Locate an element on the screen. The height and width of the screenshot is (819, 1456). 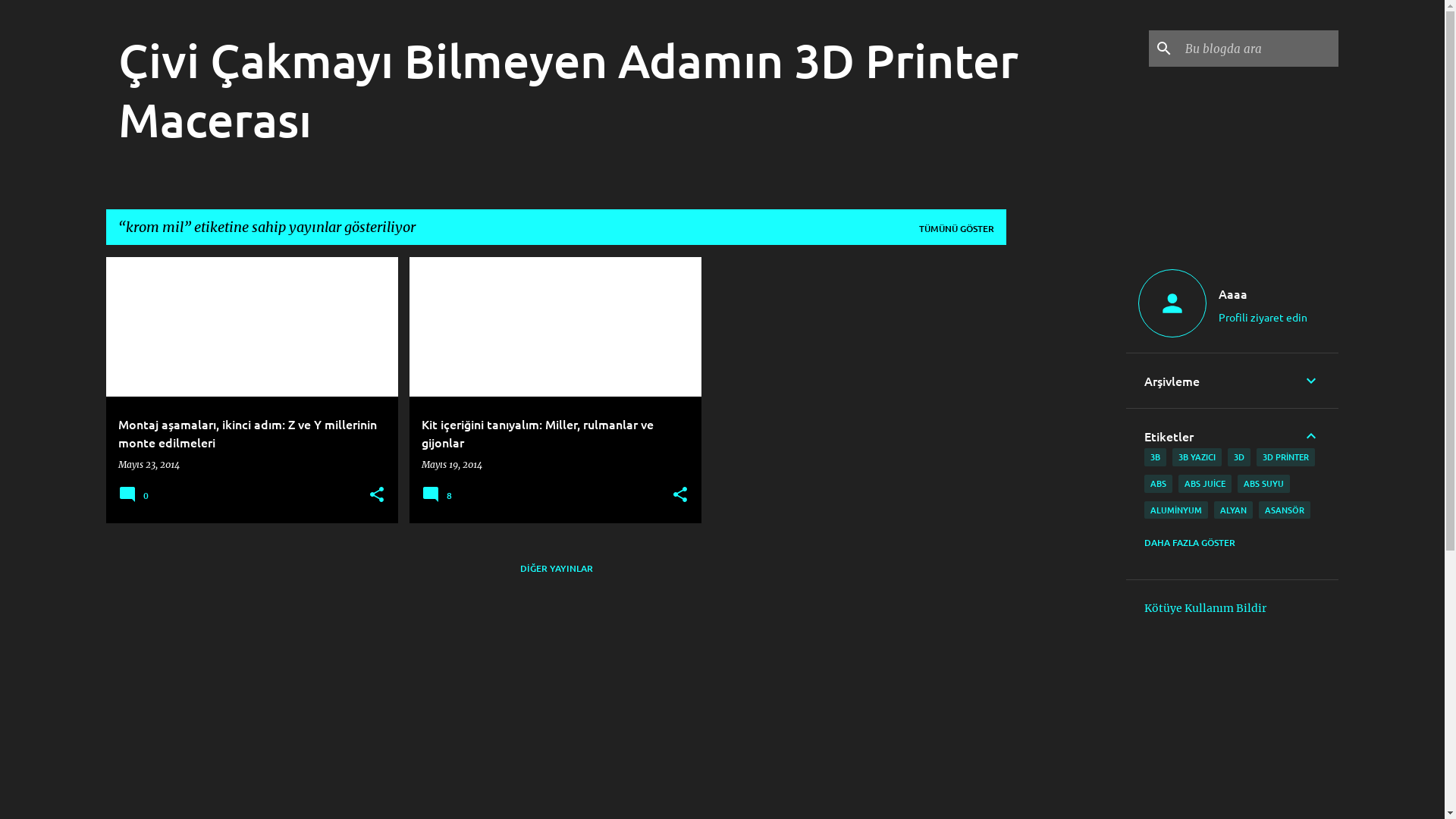
'Advertisement' is located at coordinates (1065, 485).